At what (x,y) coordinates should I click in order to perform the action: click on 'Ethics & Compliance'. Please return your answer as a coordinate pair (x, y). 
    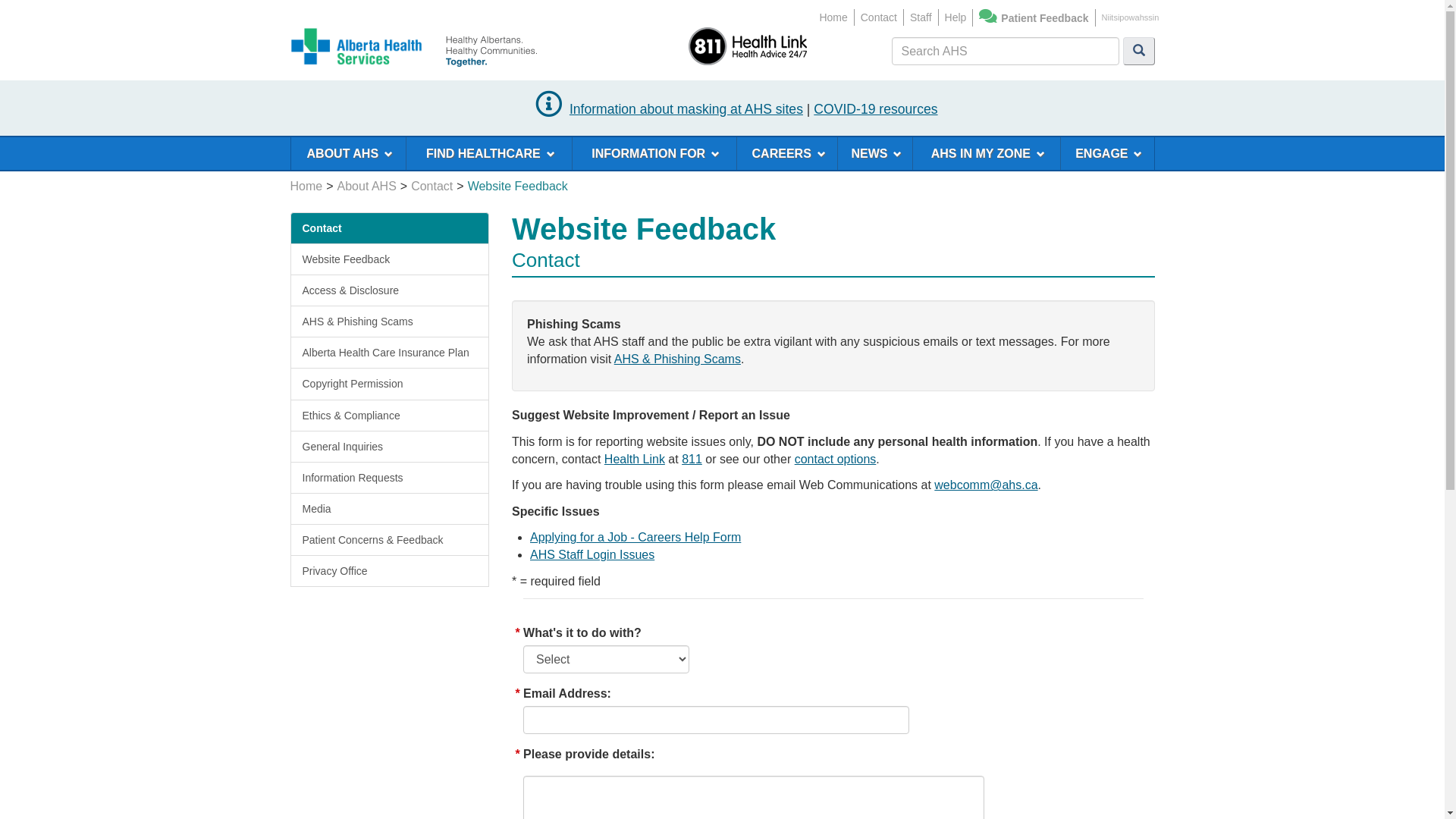
    Looking at the image, I should click on (389, 415).